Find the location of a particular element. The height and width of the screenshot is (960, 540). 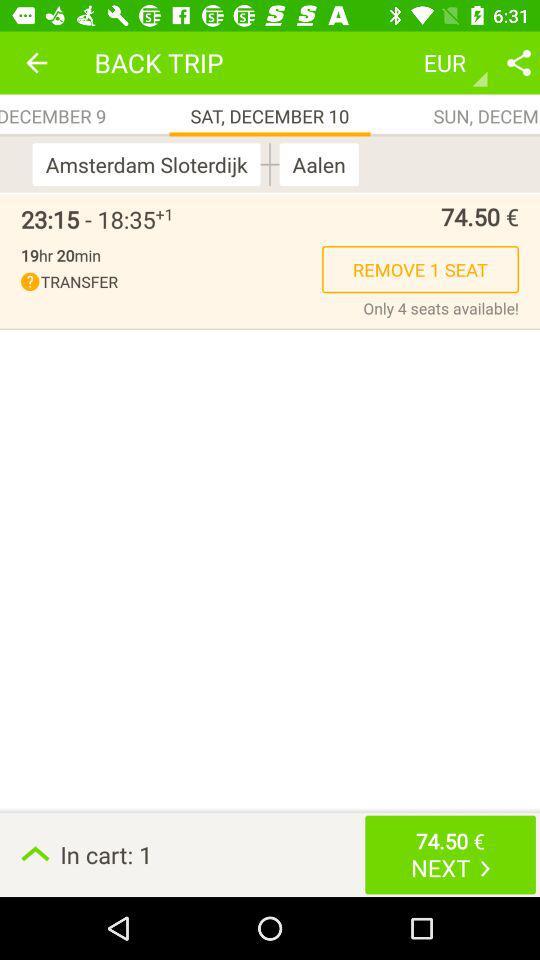

share the details is located at coordinates (518, 62).